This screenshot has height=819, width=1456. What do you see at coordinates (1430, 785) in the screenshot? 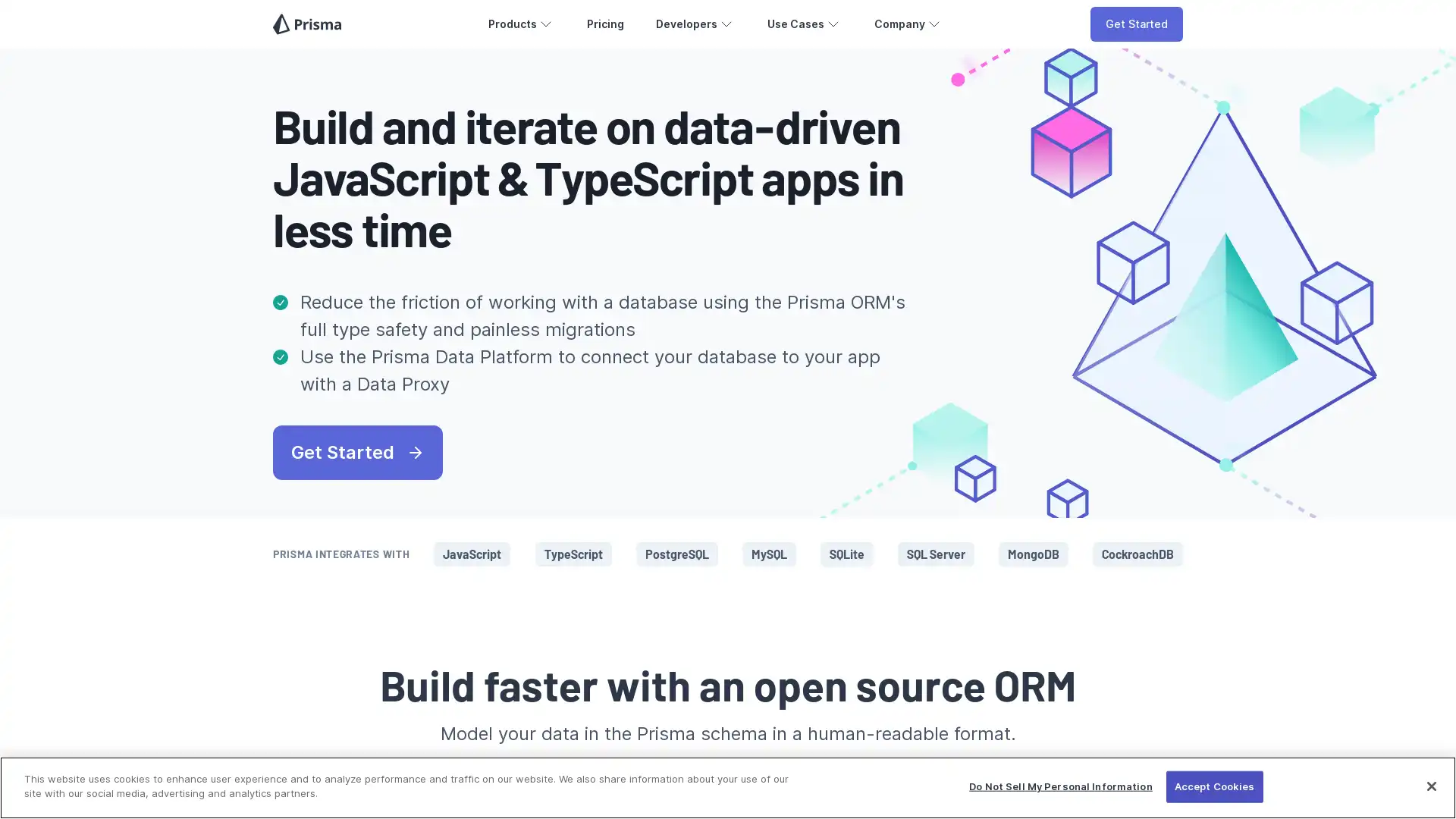
I see `Close` at bounding box center [1430, 785].